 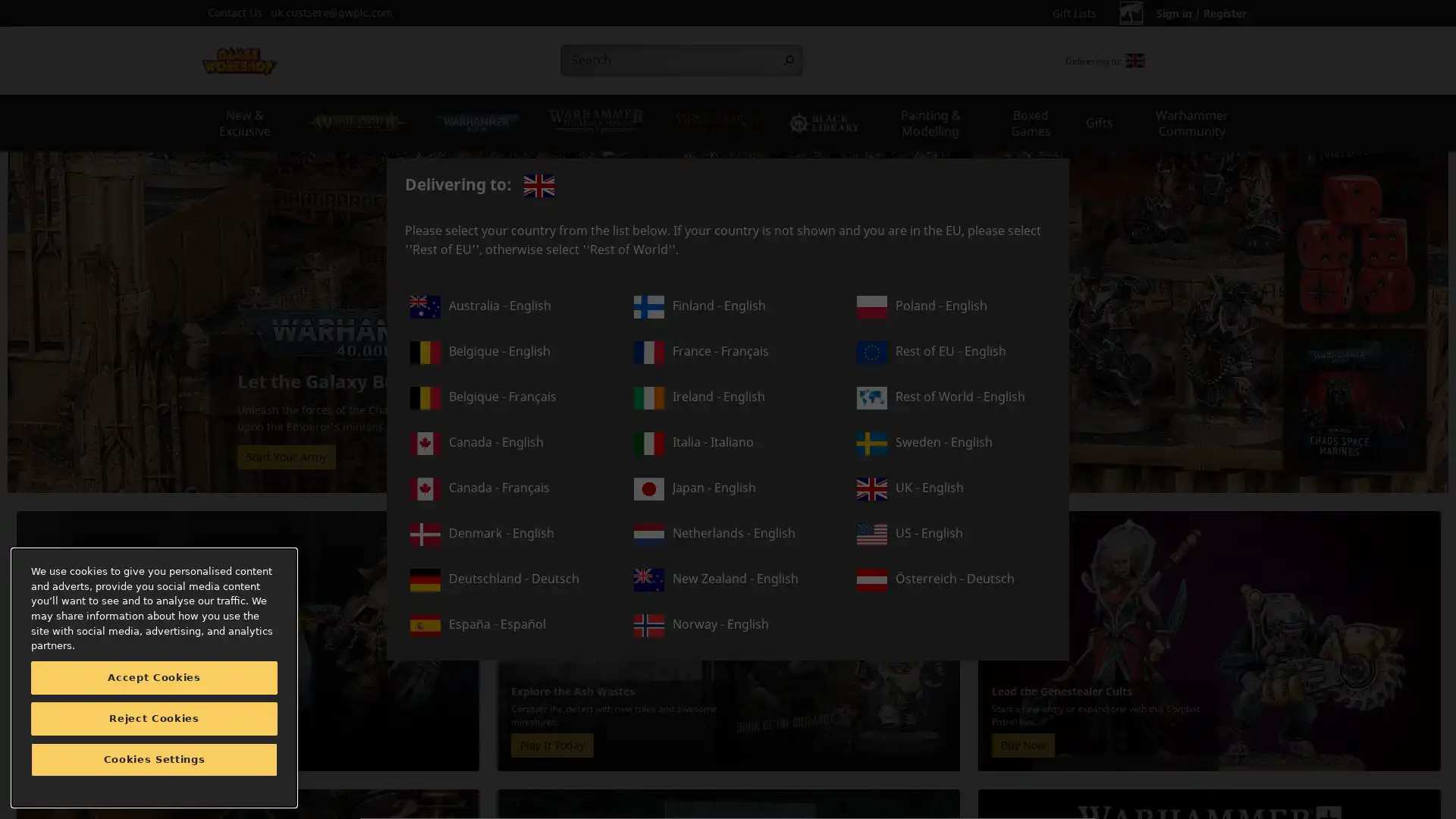 What do you see at coordinates (154, 760) in the screenshot?
I see `Cookies Settings` at bounding box center [154, 760].